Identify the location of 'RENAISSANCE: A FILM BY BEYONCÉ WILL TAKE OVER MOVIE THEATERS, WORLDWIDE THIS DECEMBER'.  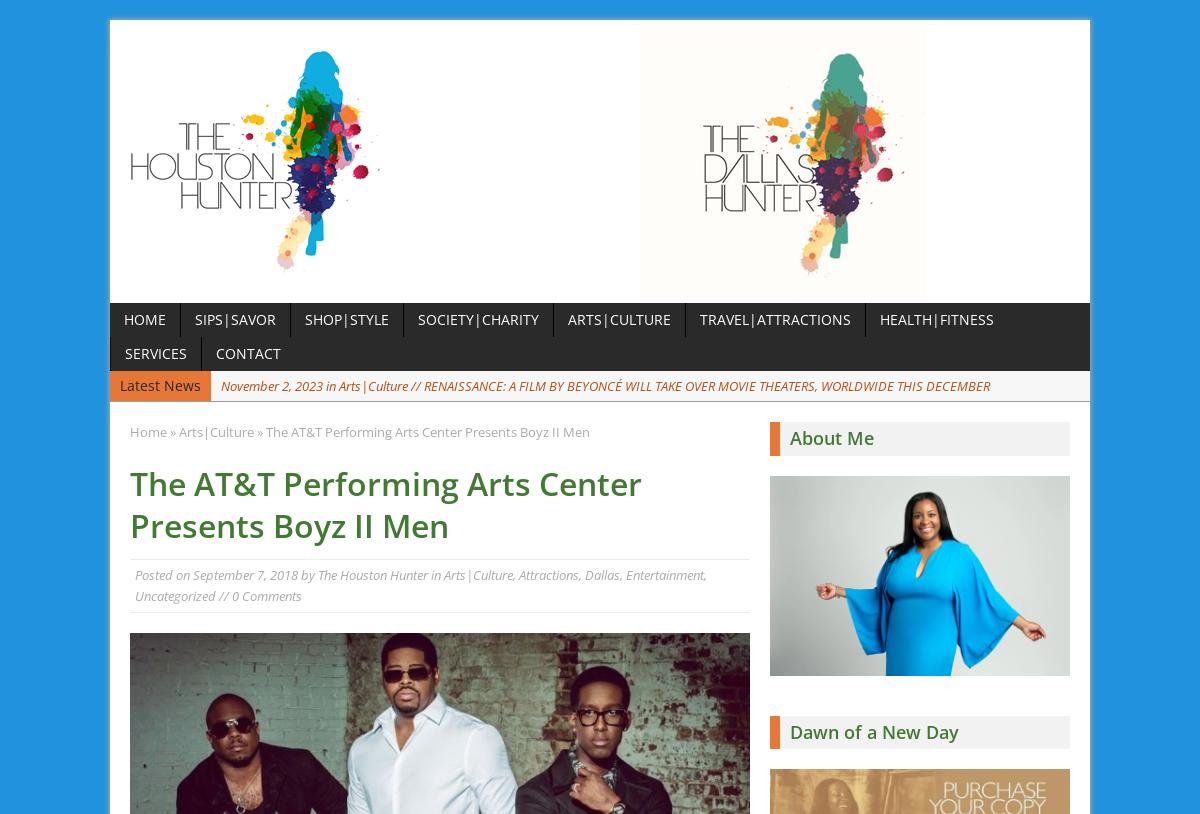
(707, 385).